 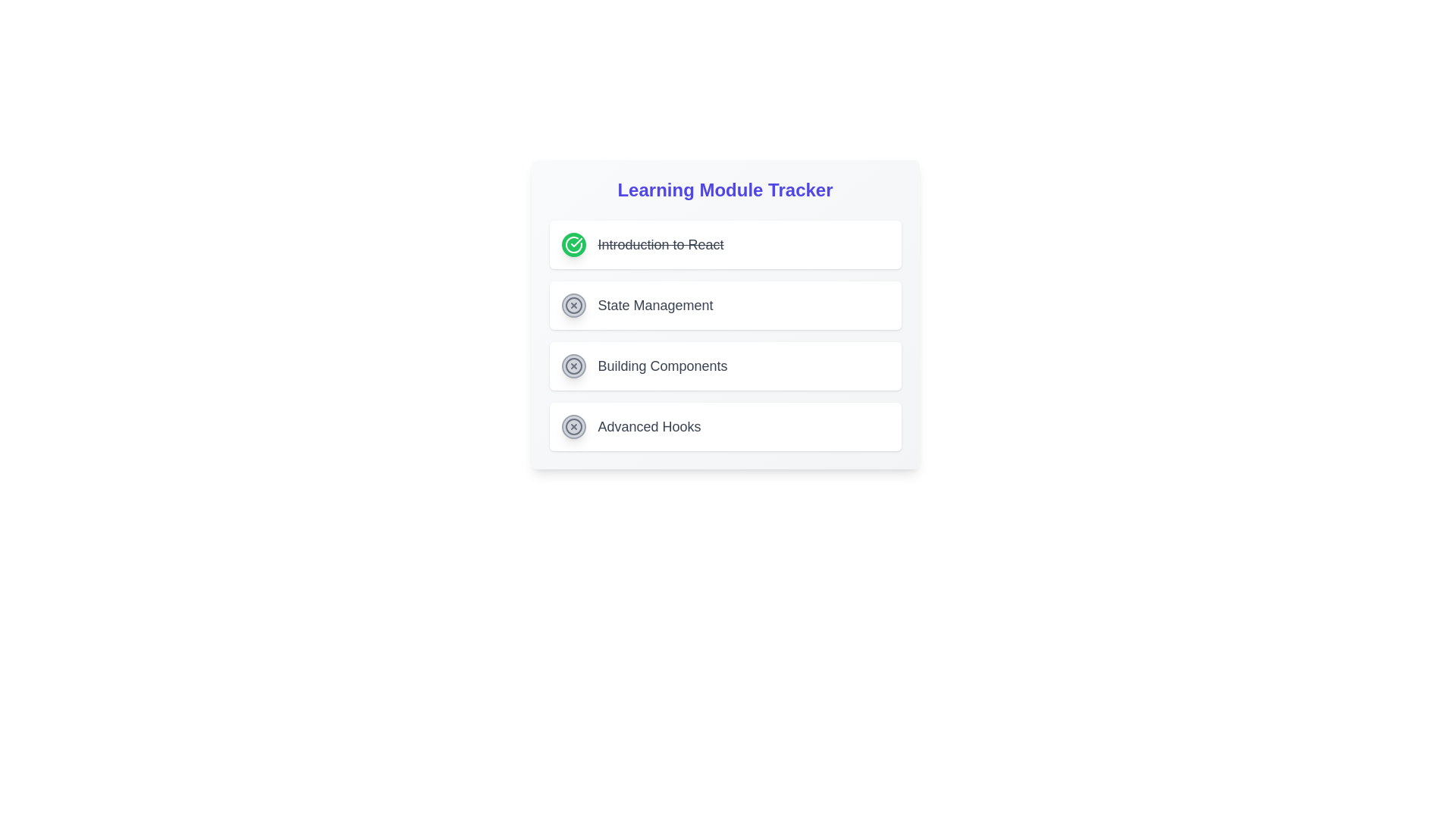 What do you see at coordinates (724, 427) in the screenshot?
I see `the List Item Card displaying 'Advanced Hooks', which is the fourth item in a vertical list of cards with a white background and a gray font` at bounding box center [724, 427].